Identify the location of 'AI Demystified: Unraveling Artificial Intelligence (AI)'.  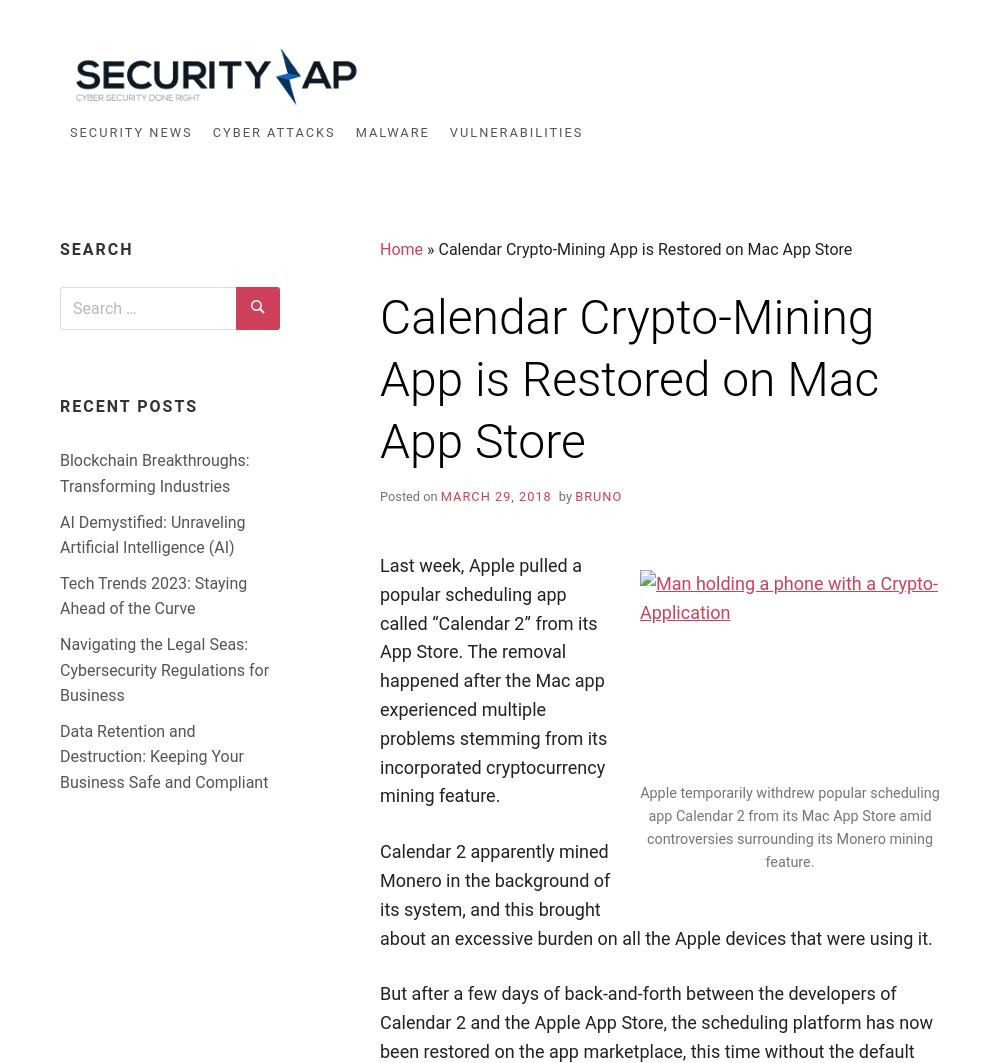
(152, 533).